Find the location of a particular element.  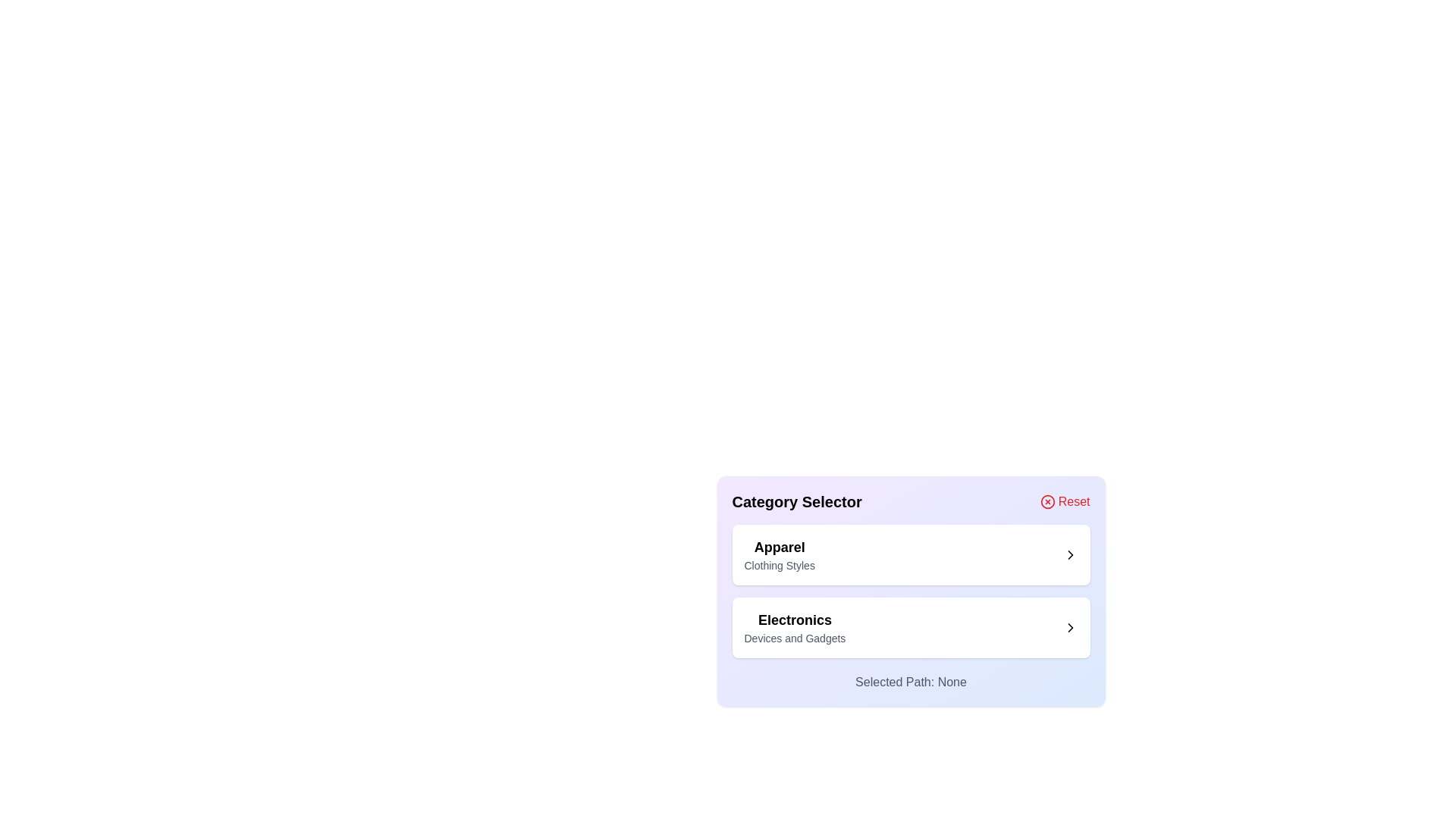

the 'Electronics' button-like interactive list item for keyboard navigation is located at coordinates (910, 628).